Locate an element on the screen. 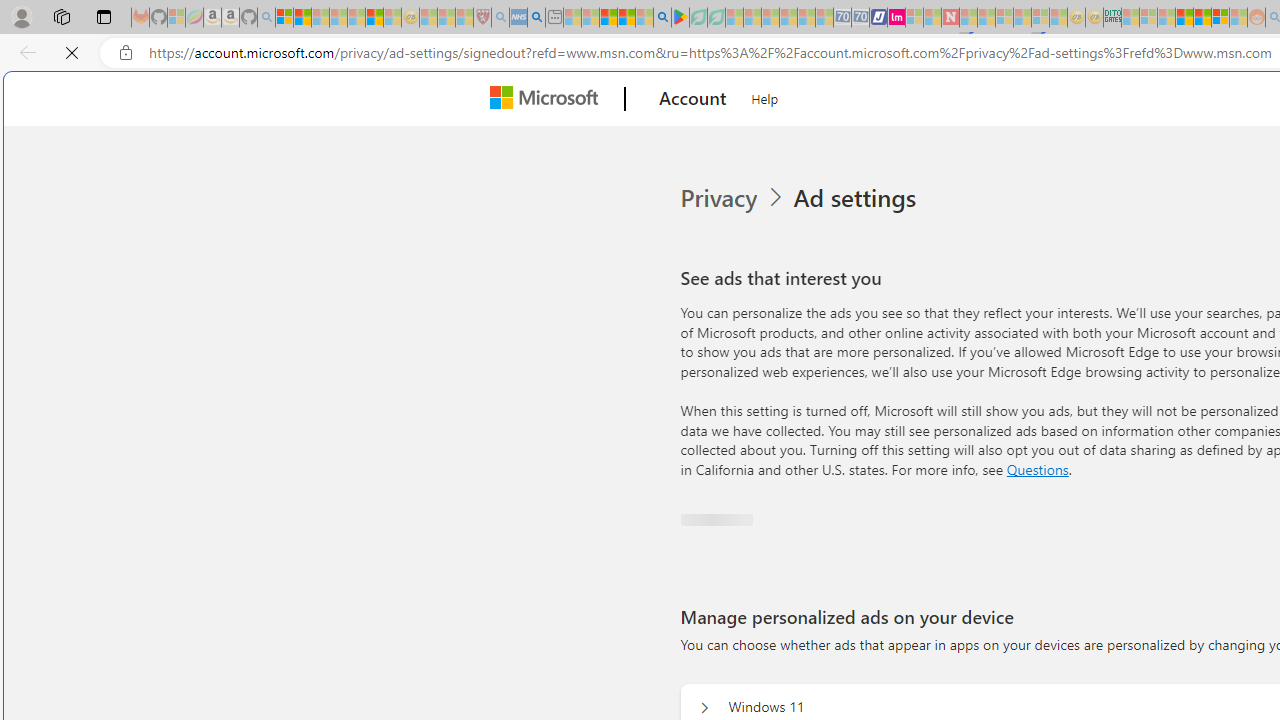  'google - Search' is located at coordinates (662, 17).